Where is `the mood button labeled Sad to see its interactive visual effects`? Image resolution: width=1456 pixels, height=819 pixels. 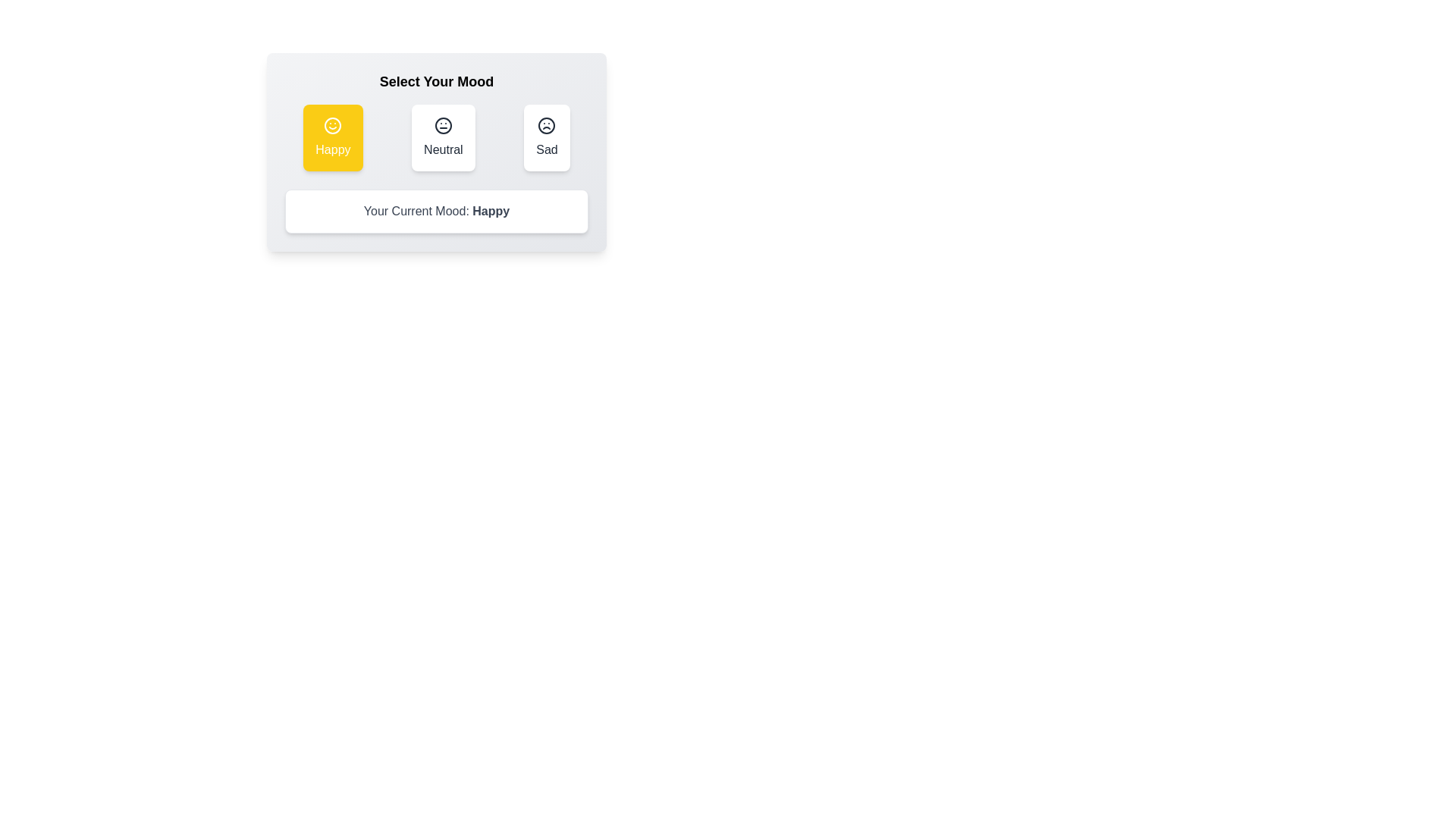 the mood button labeled Sad to see its interactive visual effects is located at coordinates (546, 137).